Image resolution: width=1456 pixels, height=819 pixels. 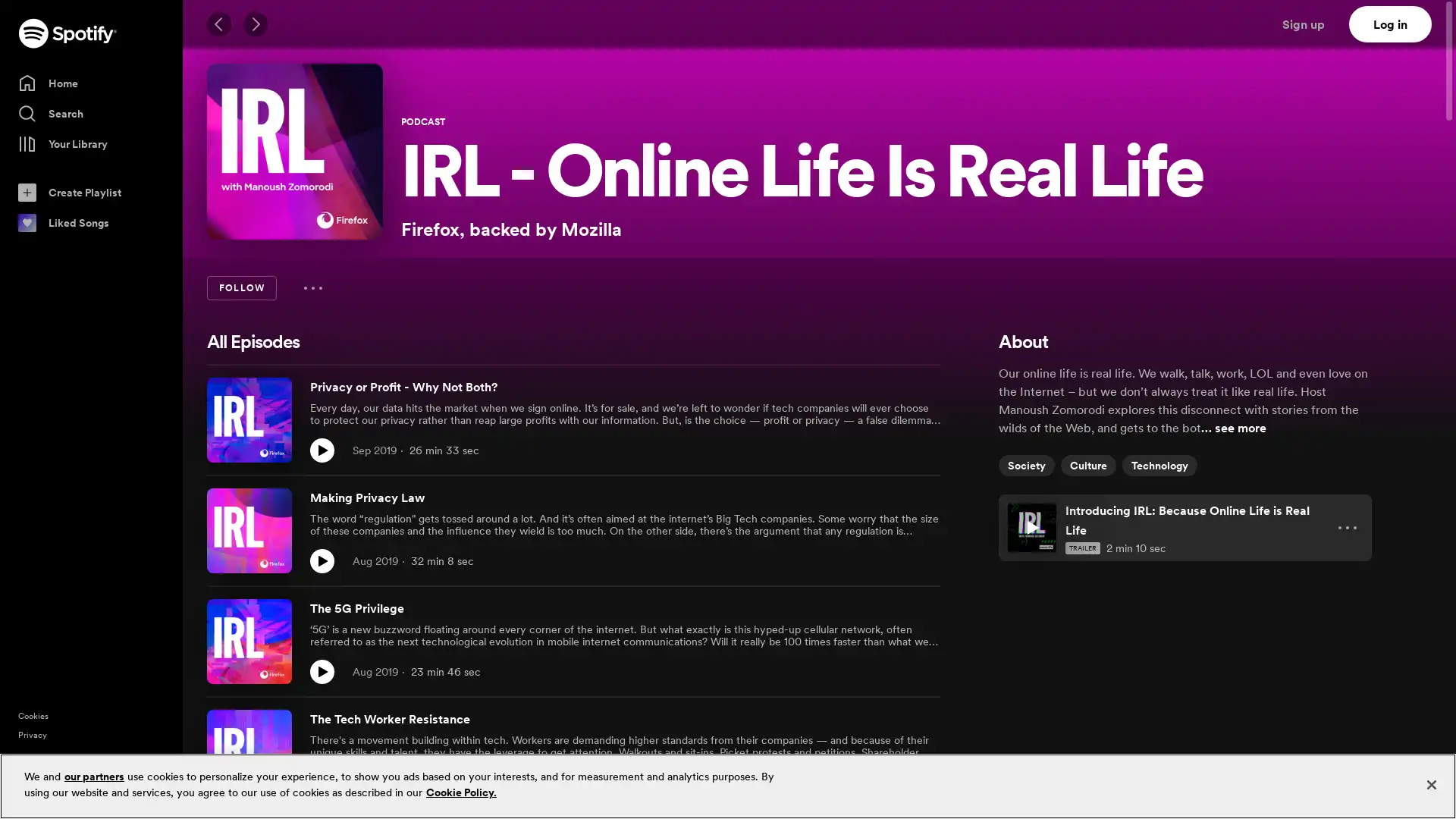 I want to click on Play The 5G Privilege by IRL - Online Life Is Real Life, so click(x=322, y=671).